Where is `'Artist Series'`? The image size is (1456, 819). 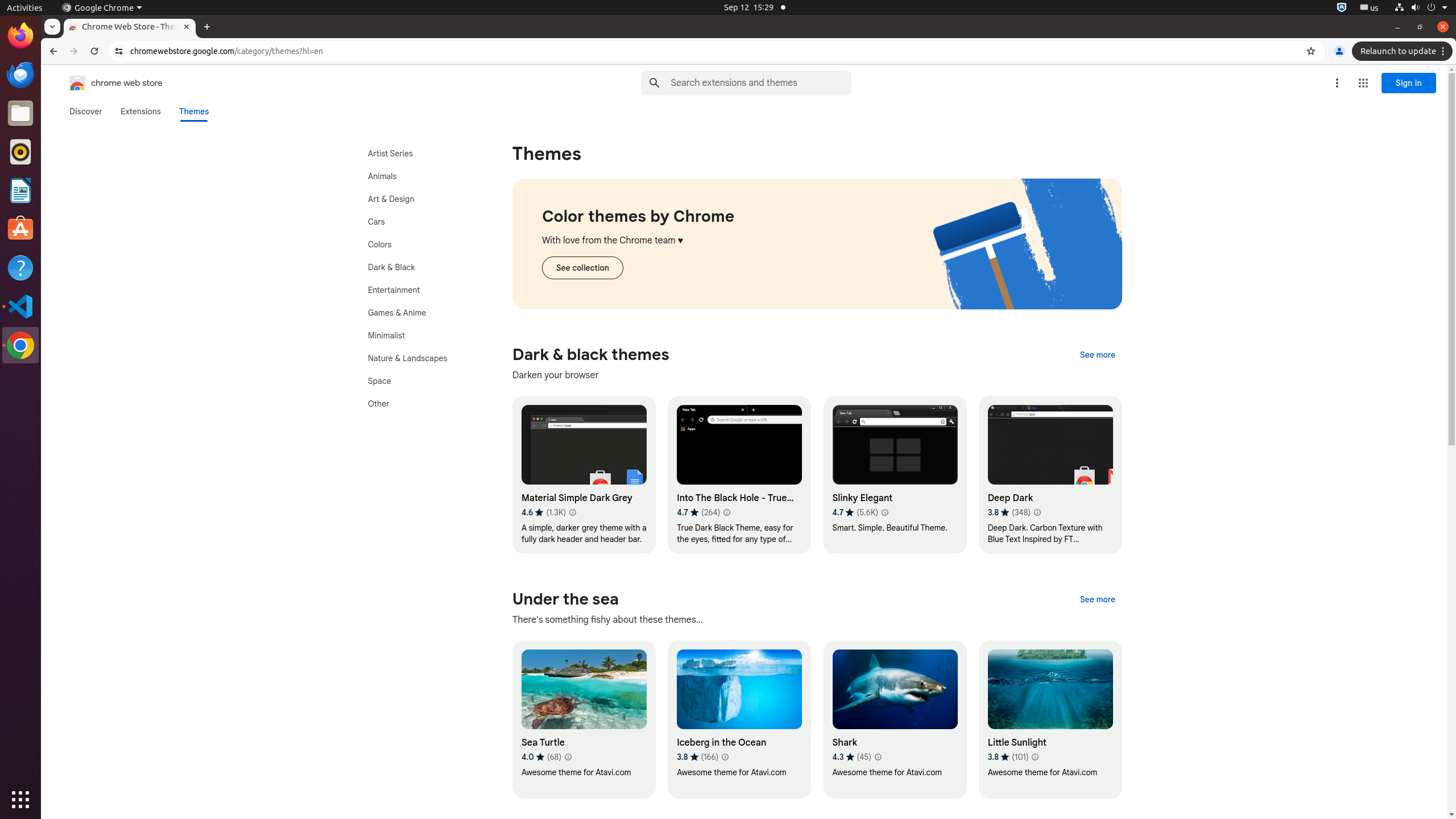
'Artist Series' is located at coordinates (419, 153).